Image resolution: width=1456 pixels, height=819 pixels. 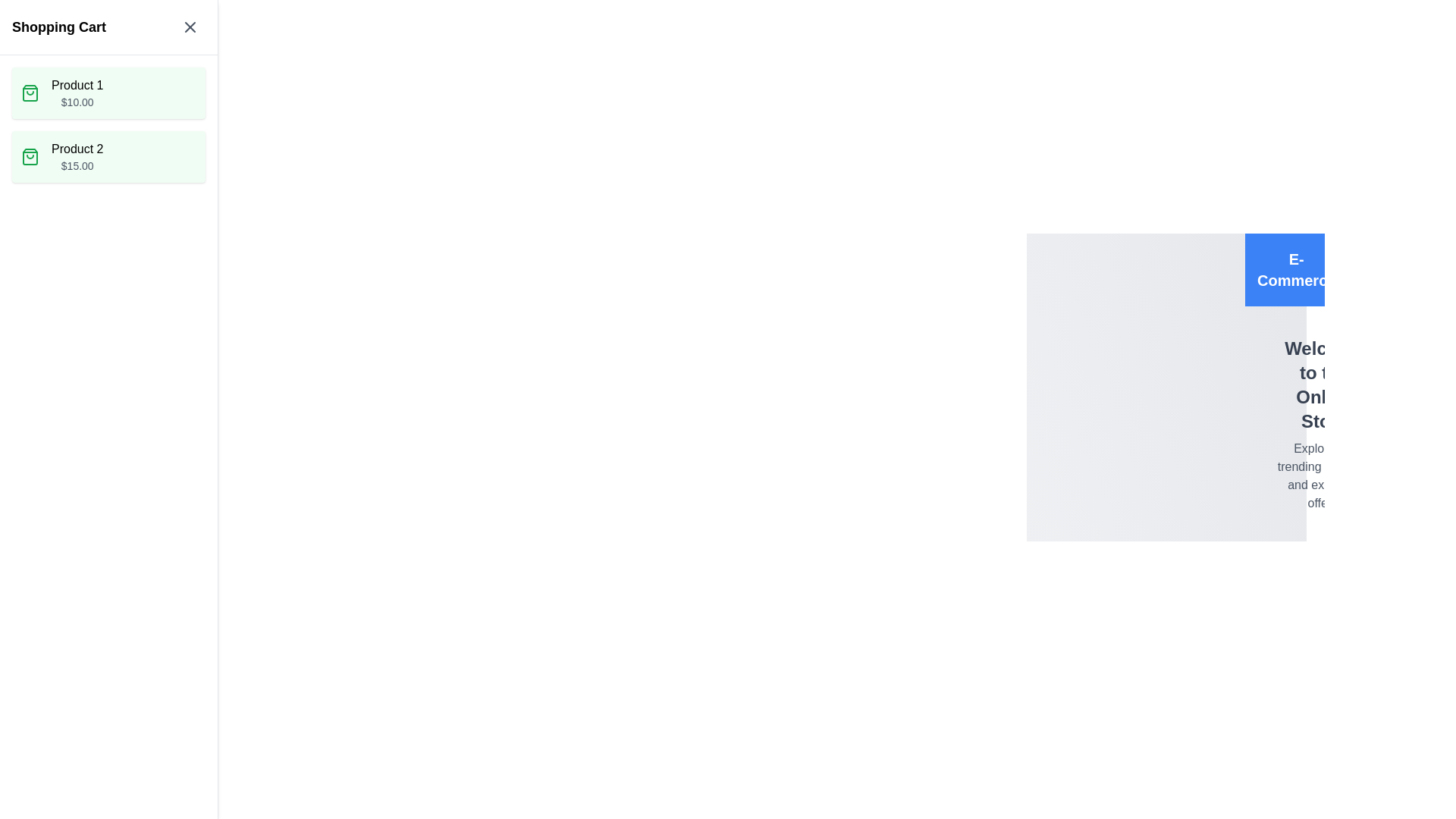 I want to click on the static text label 'E-Commerce' located in the upper-right portion of the interface within the blue header section, which is adjacent to 'Manage Cart', so click(x=1295, y=268).